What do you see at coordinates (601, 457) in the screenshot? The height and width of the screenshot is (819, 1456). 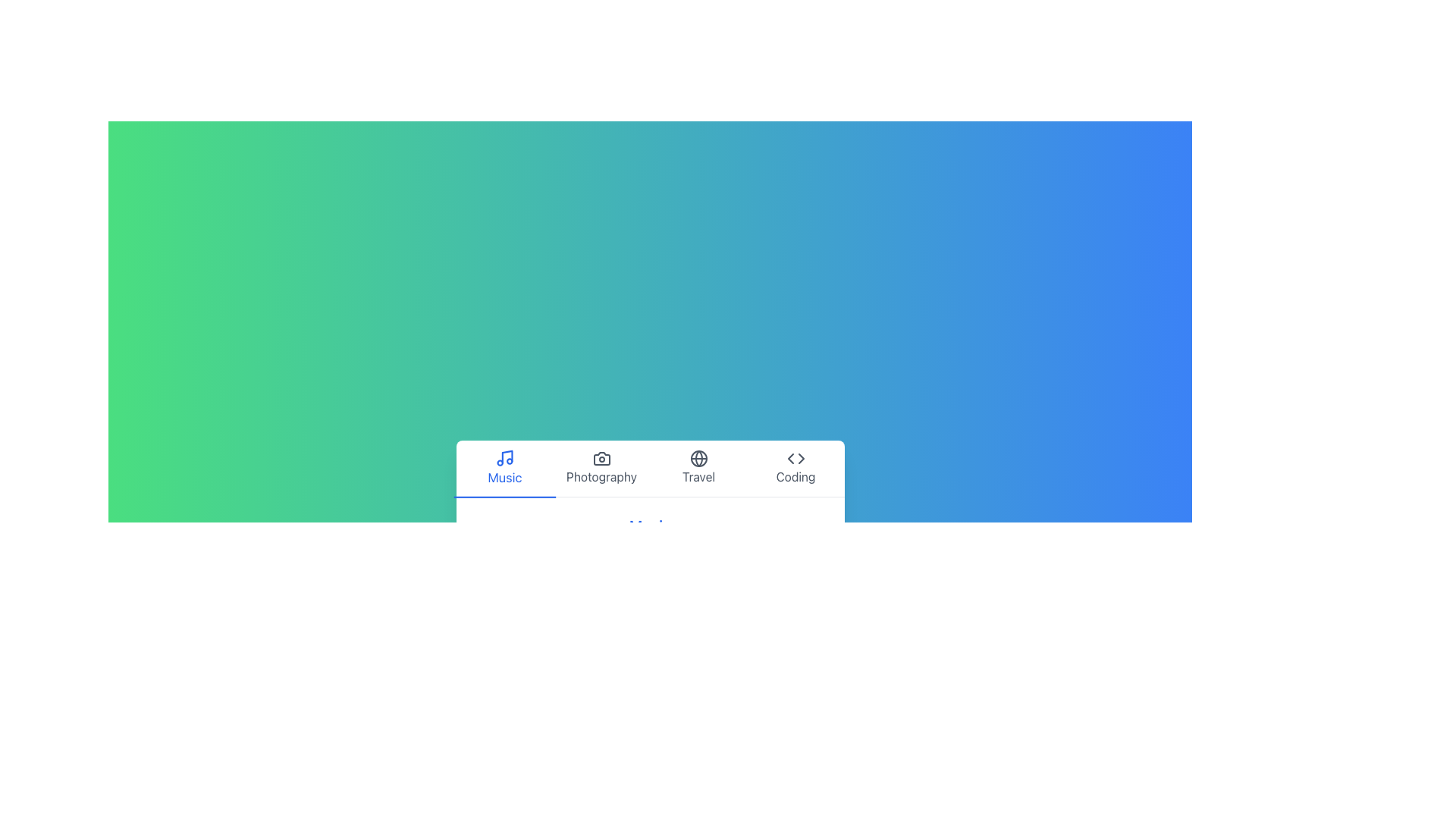 I see `the camera icon located in the second position of the horizontal menu bar under the 'Photography' label` at bounding box center [601, 457].